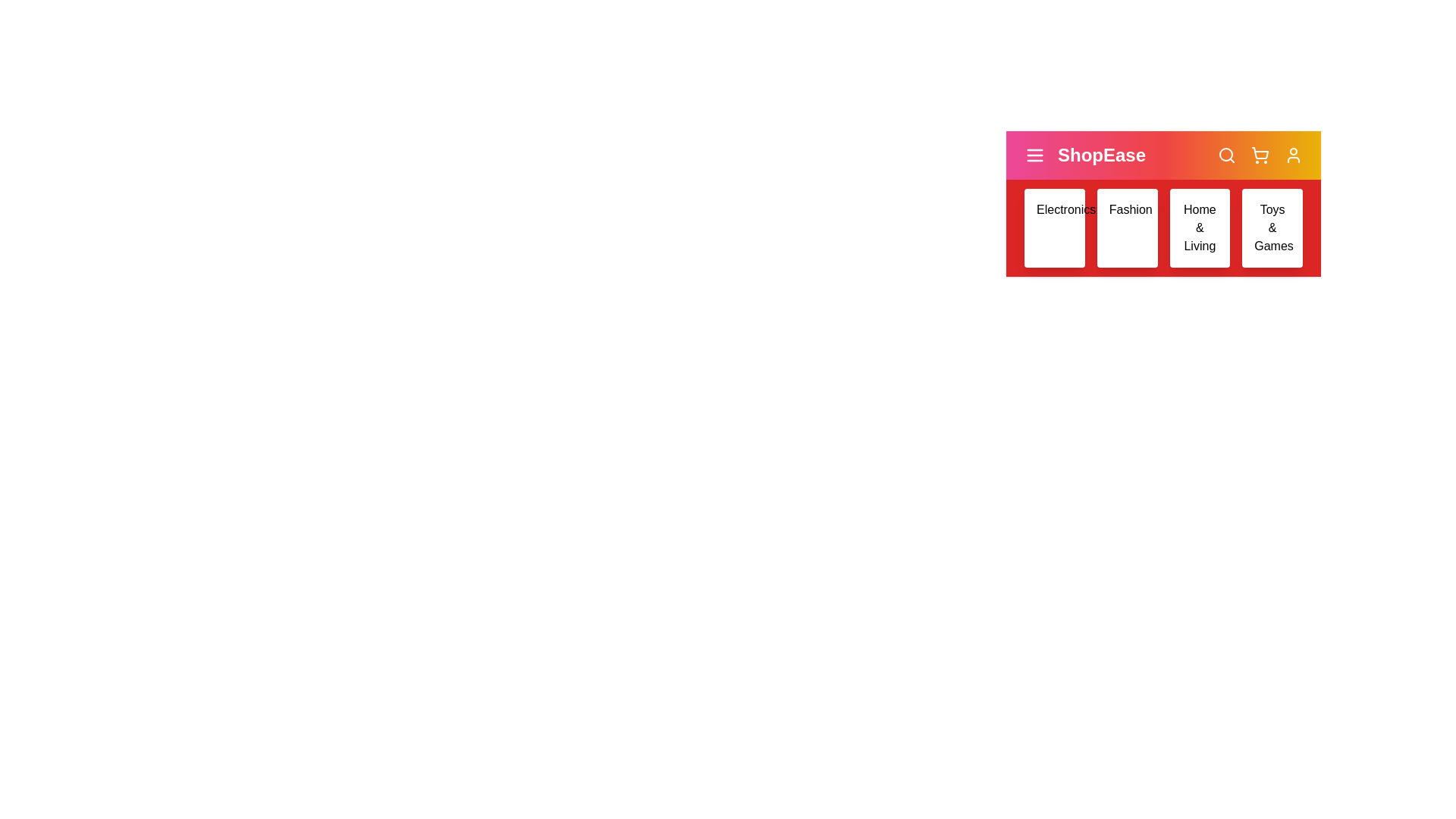  I want to click on the shopping cart icon to view the cart, so click(1260, 155).